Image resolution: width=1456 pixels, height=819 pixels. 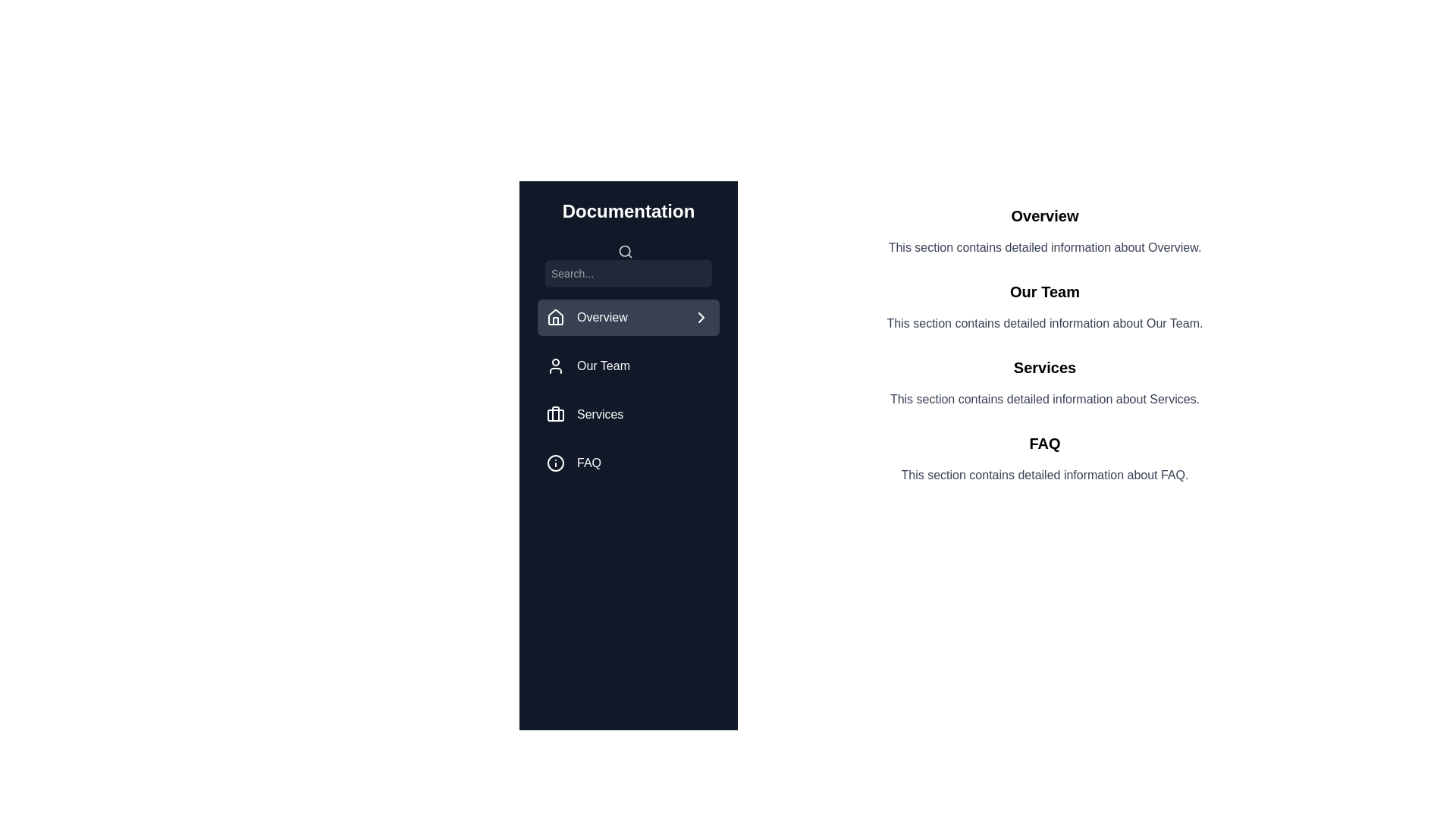 I want to click on the vertical vector graphic component that represents the 'Services' option in the sidebar menu, which is a decorative part of the UI, so click(x=555, y=414).